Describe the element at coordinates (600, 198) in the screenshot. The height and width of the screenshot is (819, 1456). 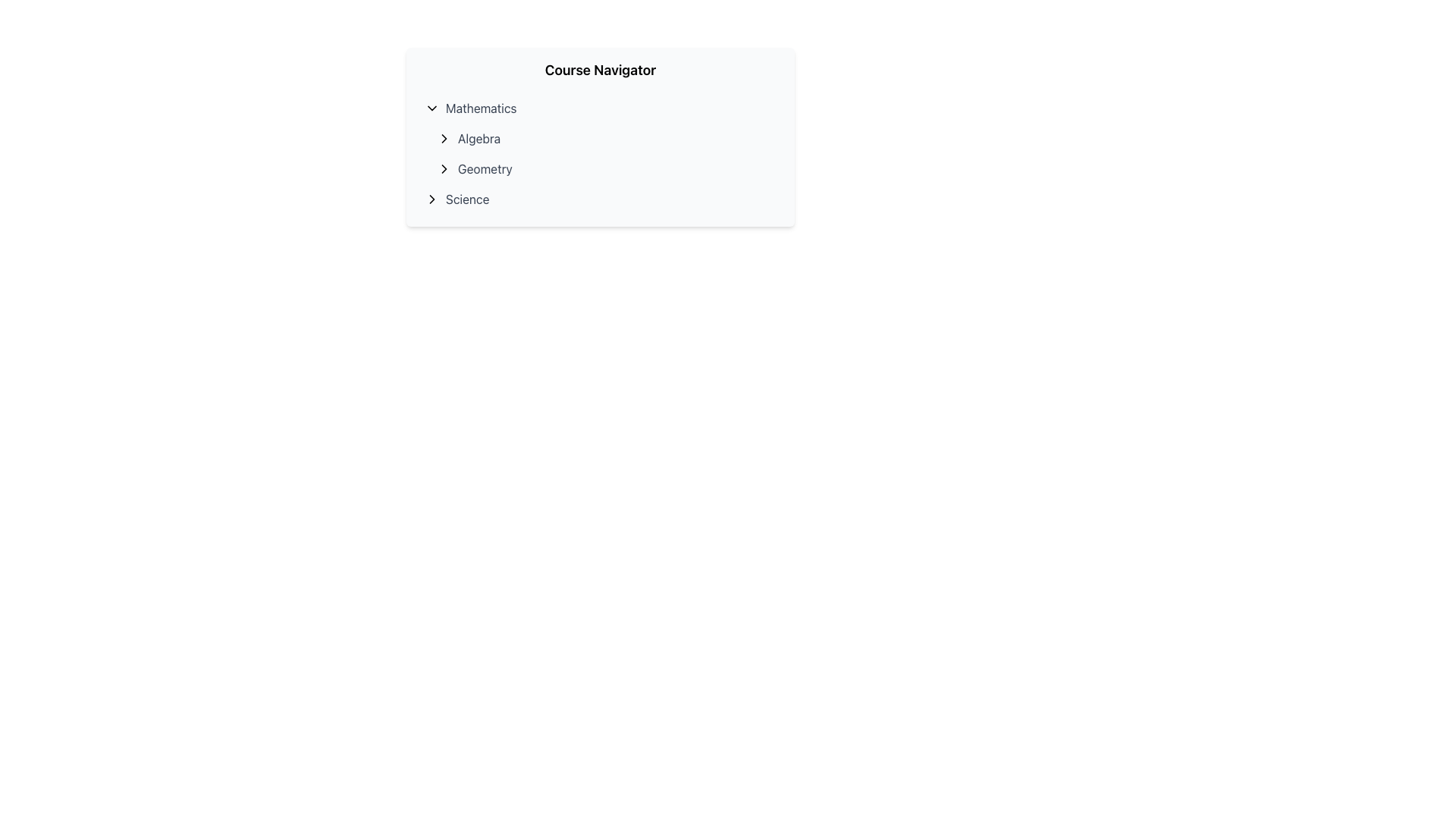
I see `the 'Science' menu item at the bottom of the 'Course Navigator' list` at that location.